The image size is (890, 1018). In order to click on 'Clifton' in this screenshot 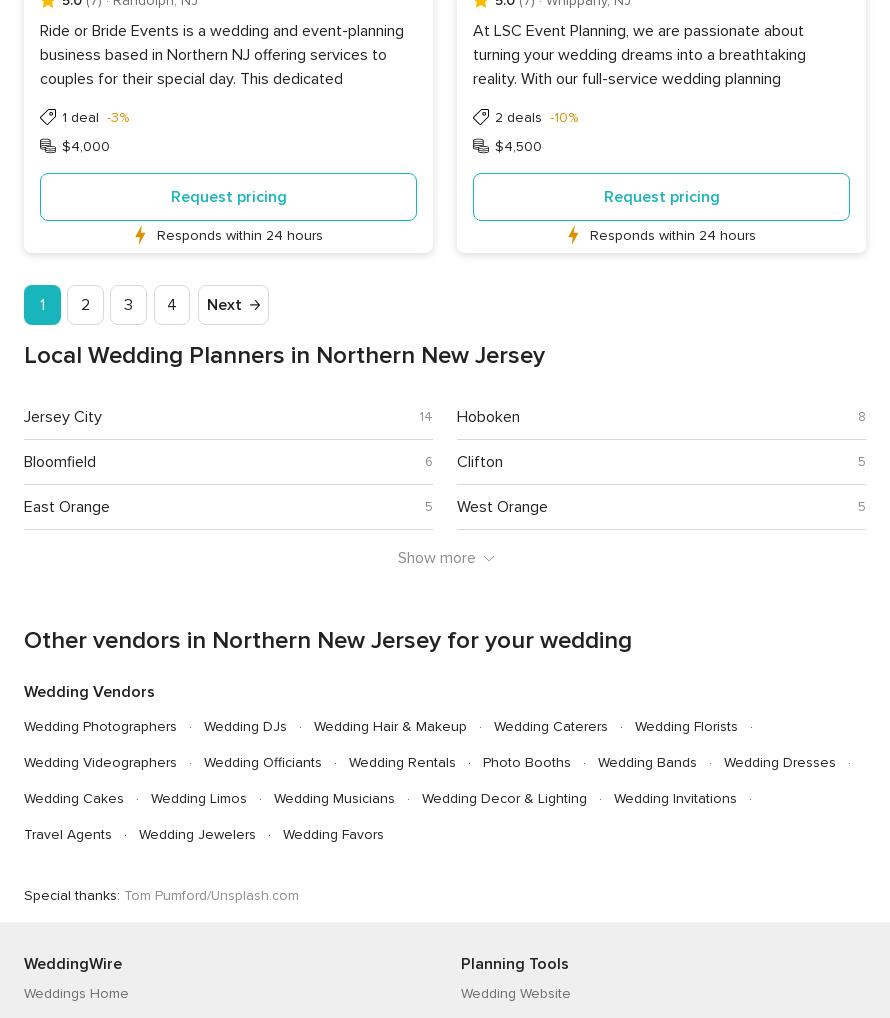, I will do `click(479, 460)`.